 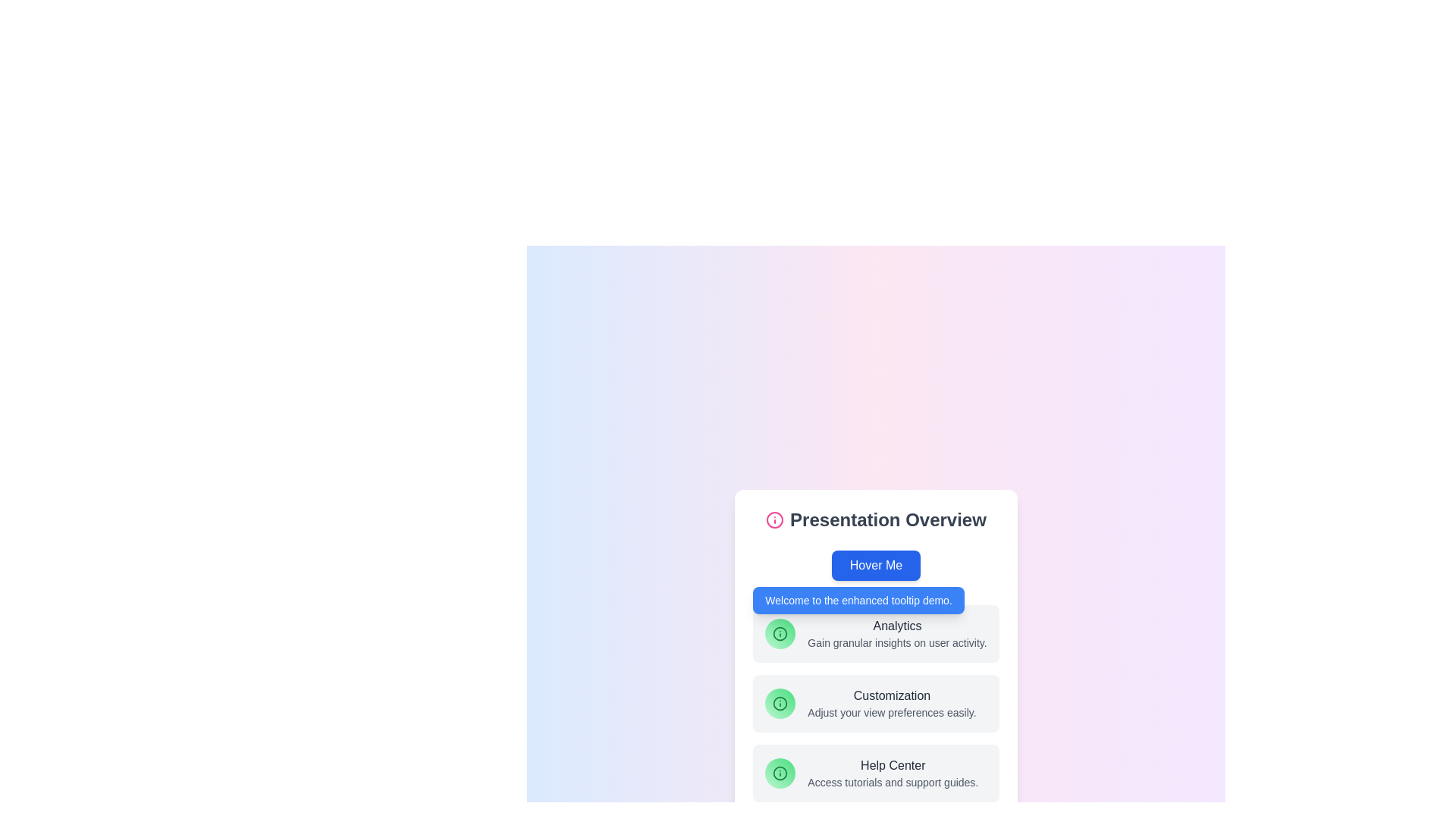 What do you see at coordinates (780, 634) in the screenshot?
I see `the circular green gradient icon with an 'i' located to the left of the 'Analytics' section title in the content card labeled 'Analytics - Gain granular insights on user activity.'` at bounding box center [780, 634].